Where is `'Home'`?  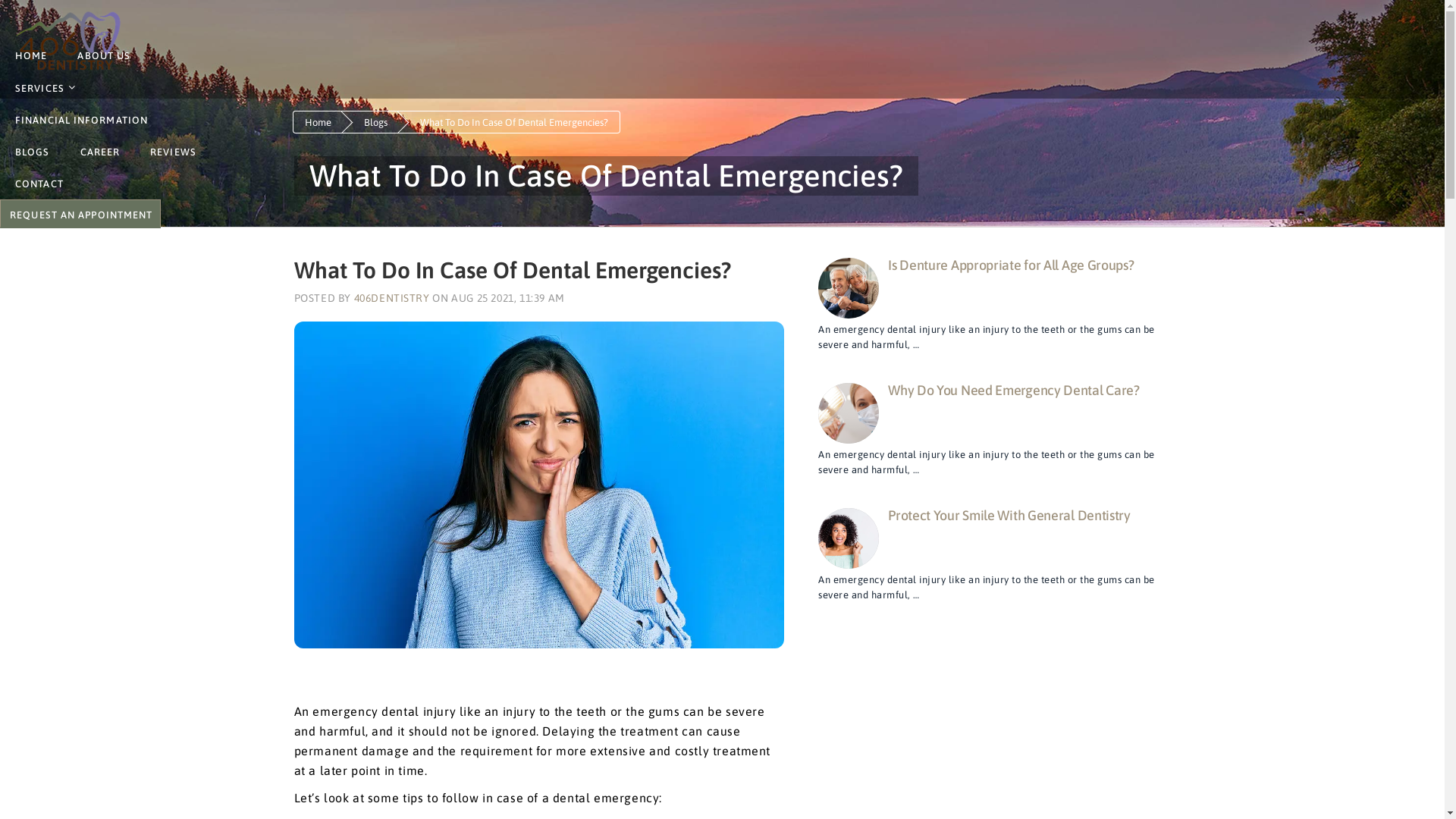 'Home' is located at coordinates (317, 121).